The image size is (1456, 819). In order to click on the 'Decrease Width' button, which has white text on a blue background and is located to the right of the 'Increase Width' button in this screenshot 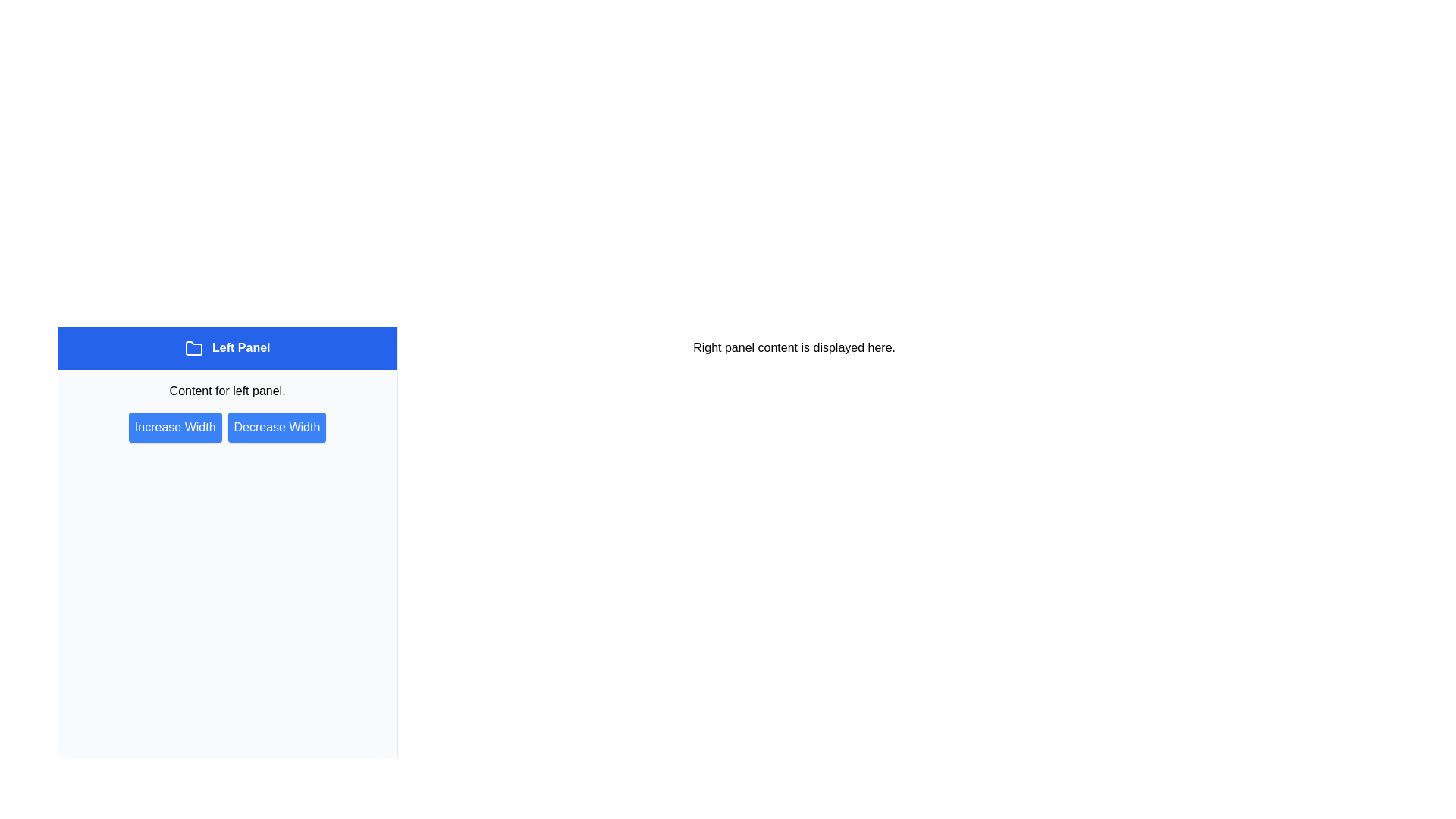, I will do `click(277, 427)`.